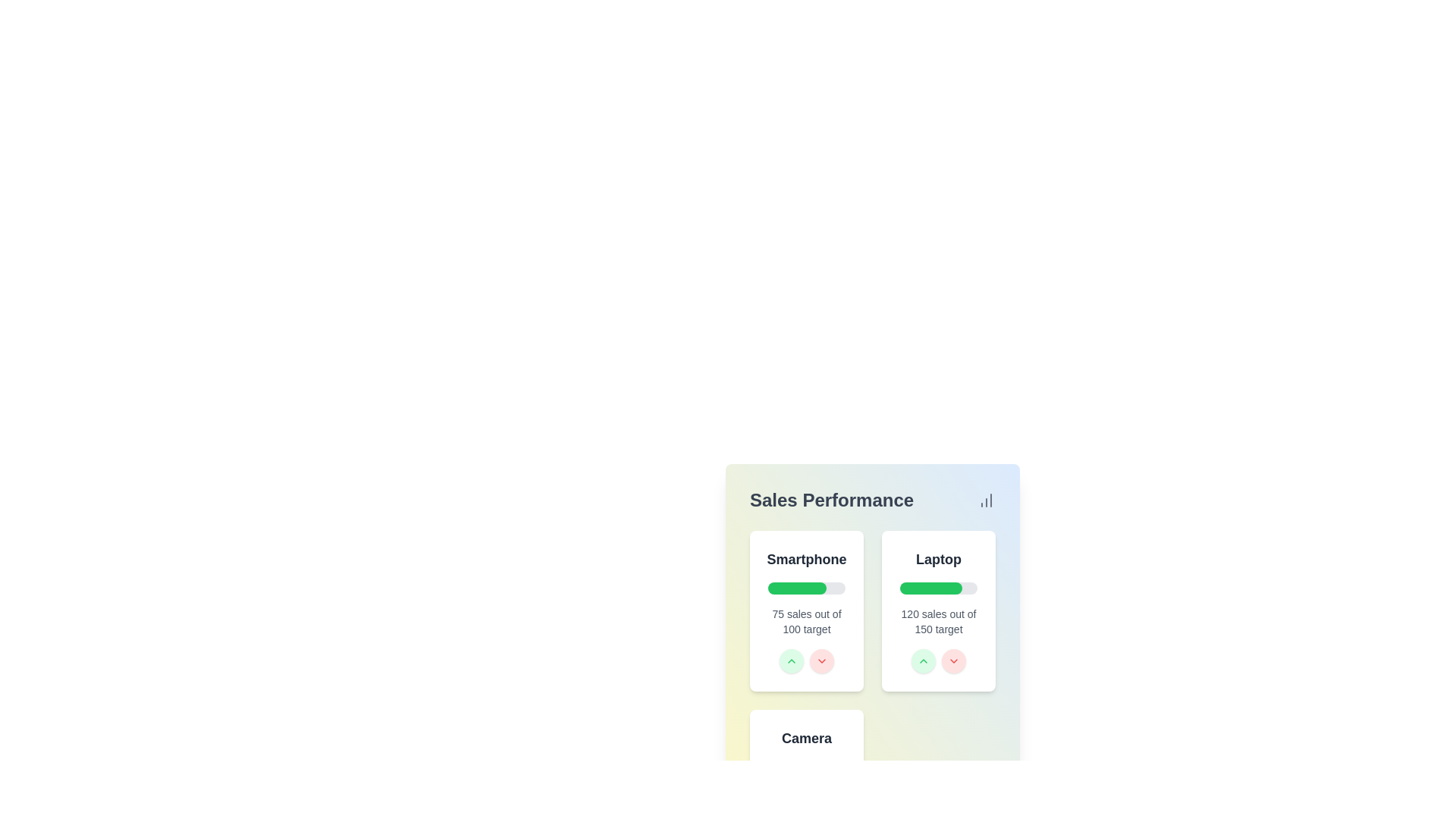 This screenshot has width=1456, height=819. Describe the element at coordinates (806, 622) in the screenshot. I see `the descriptive text label indicating that 75 out of 100 units of the Smartphone have been sold` at that location.